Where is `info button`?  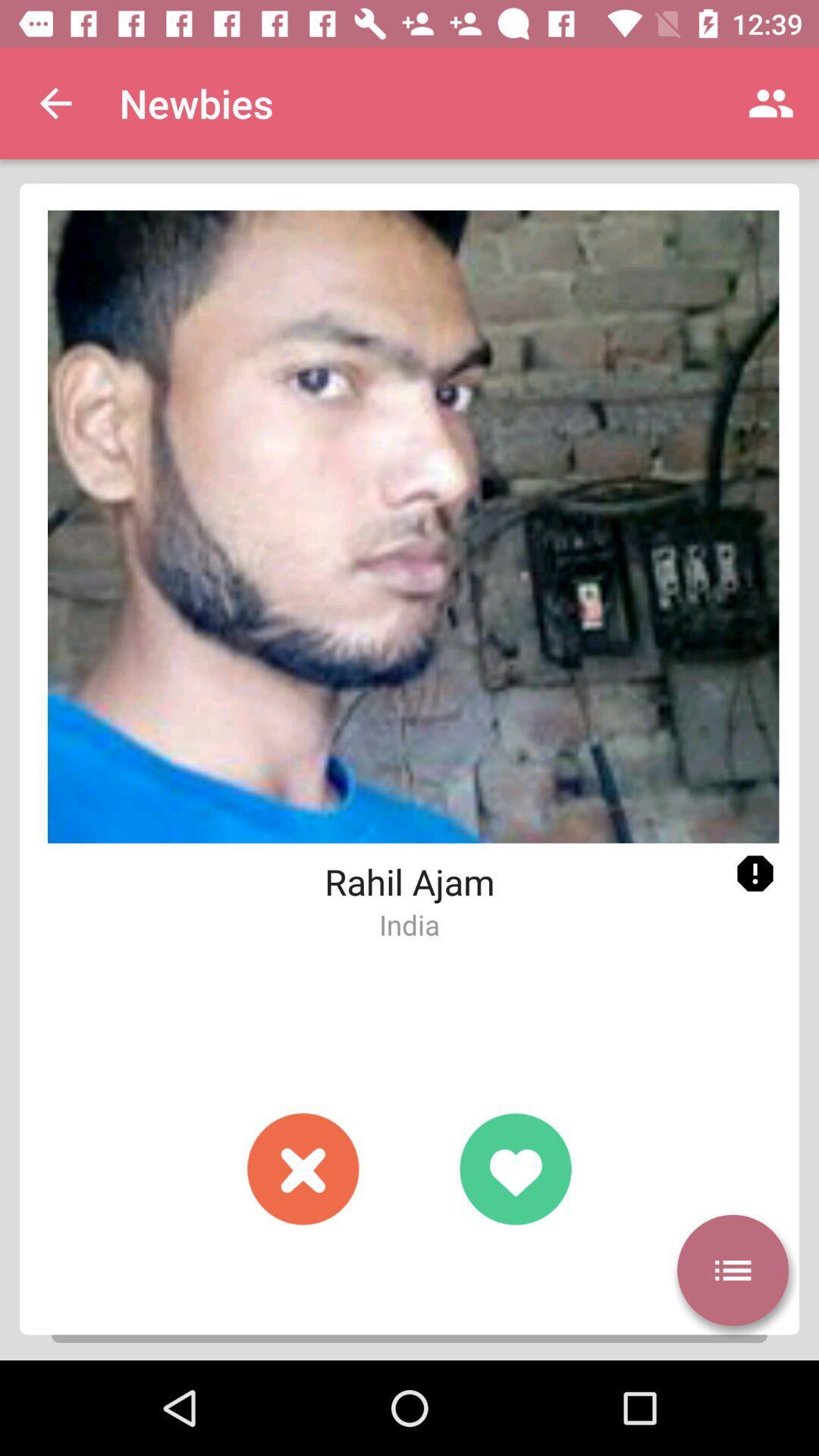
info button is located at coordinates (755, 874).